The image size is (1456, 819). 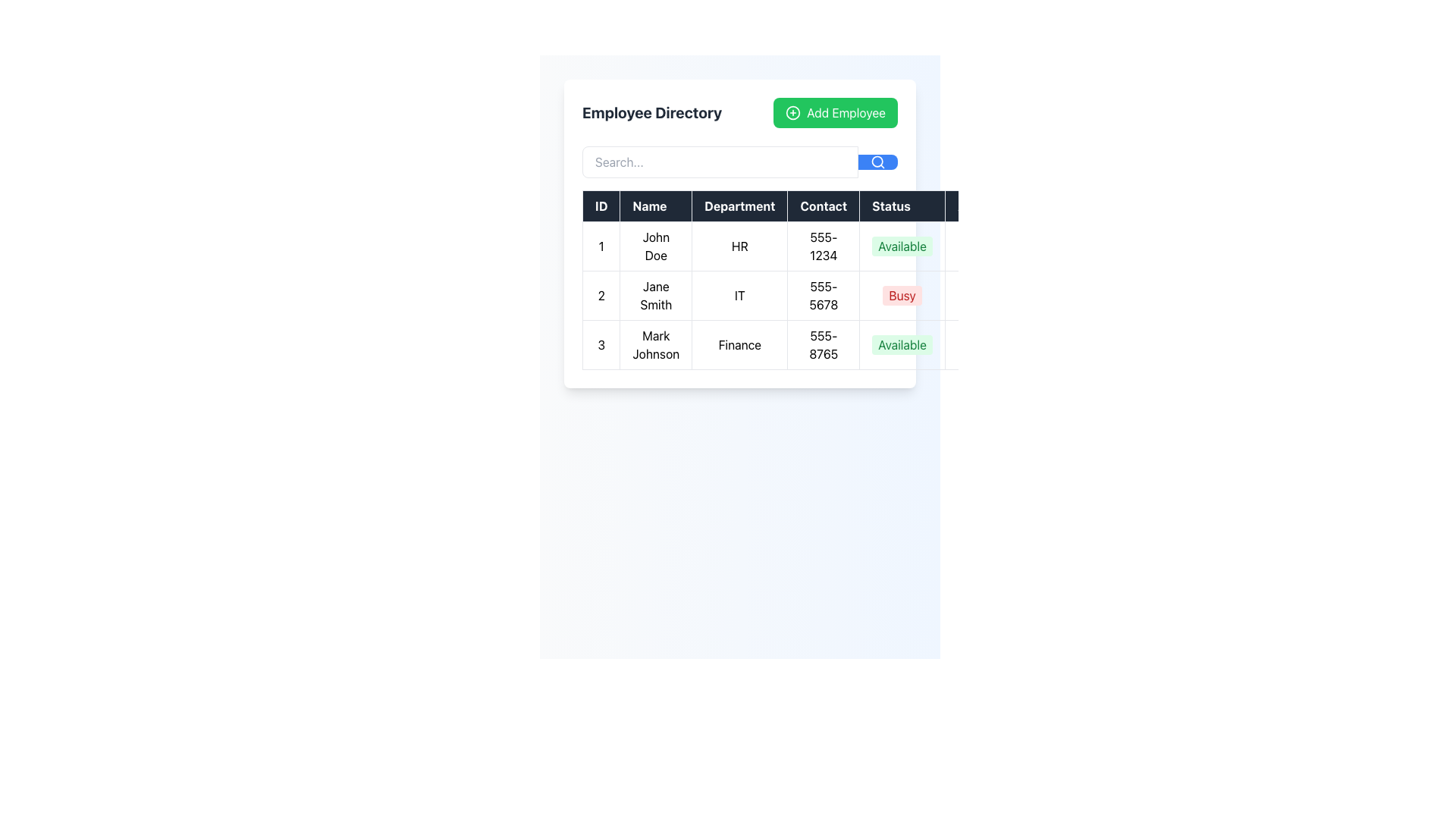 What do you see at coordinates (822, 345) in the screenshot?
I see `the 'Contact' text cell displaying '555-8765' in the Employee Directory component to copy the text` at bounding box center [822, 345].